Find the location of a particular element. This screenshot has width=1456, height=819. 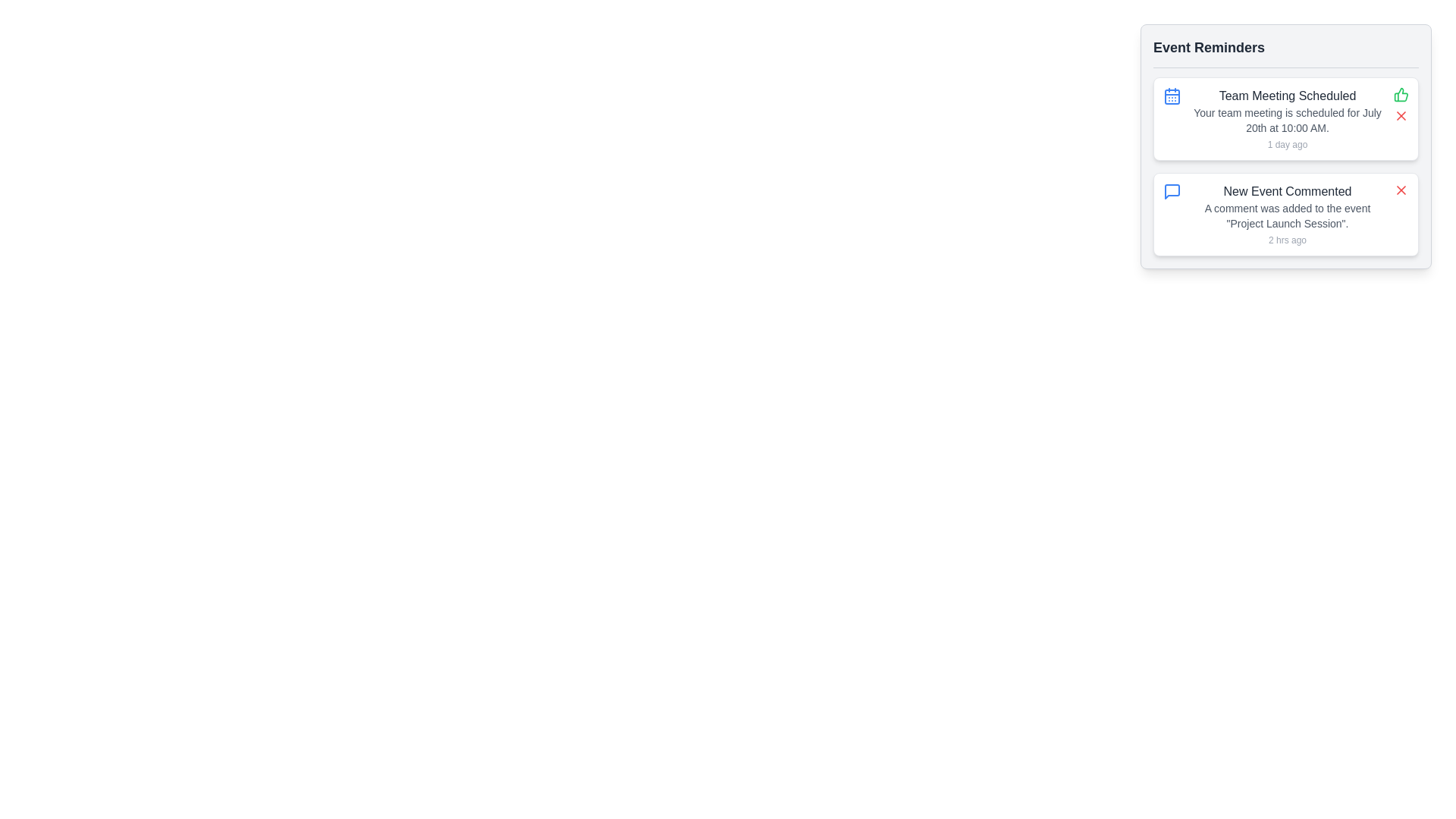

the informational text block displaying the message 'Team Meeting Scheduled' along with its description and timestamp is located at coordinates (1287, 118).